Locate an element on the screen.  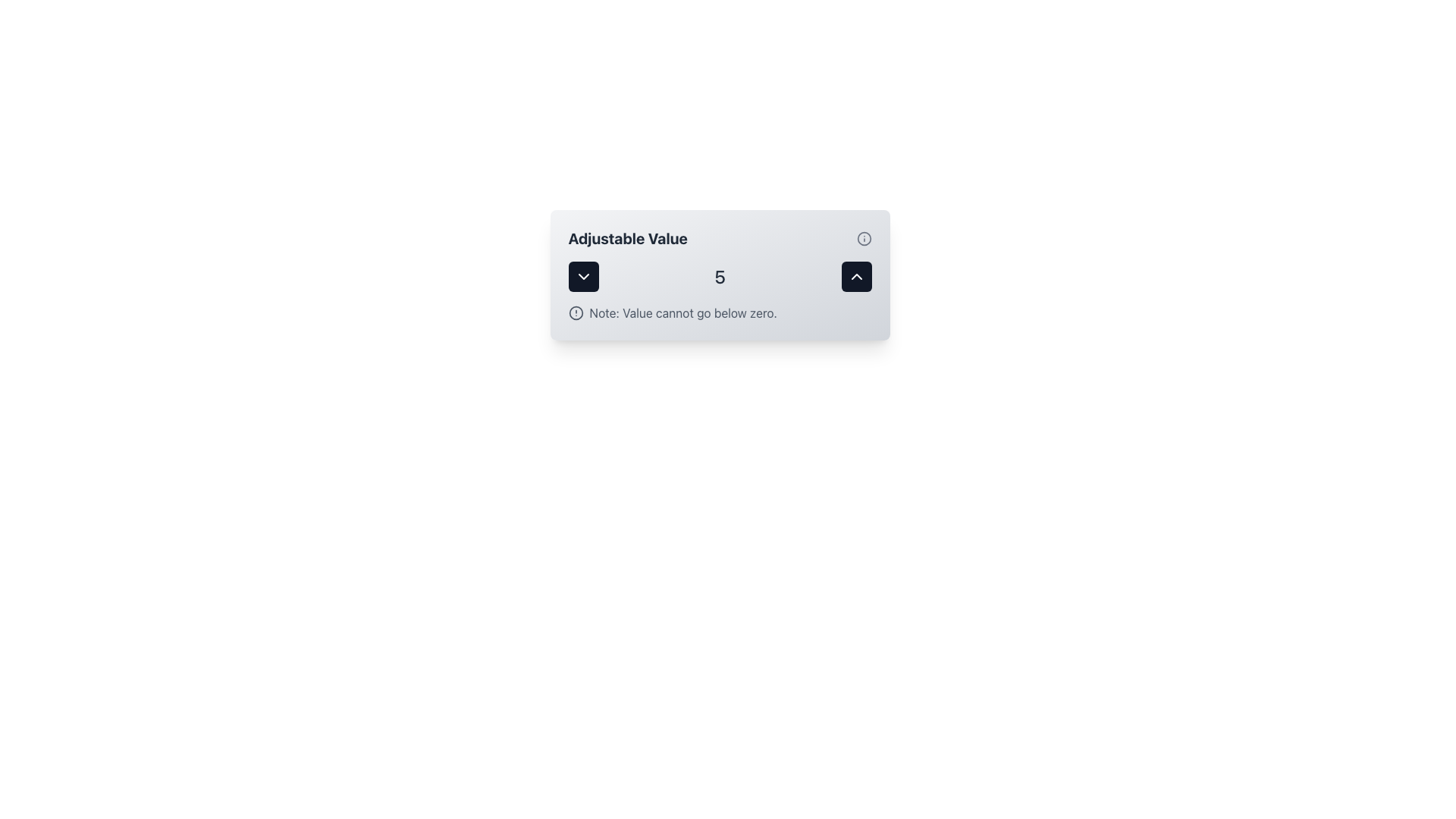
the visual alert indicator icon located to the left of the text 'Note: Value cannot go below zero.' in the note panel is located at coordinates (575, 312).